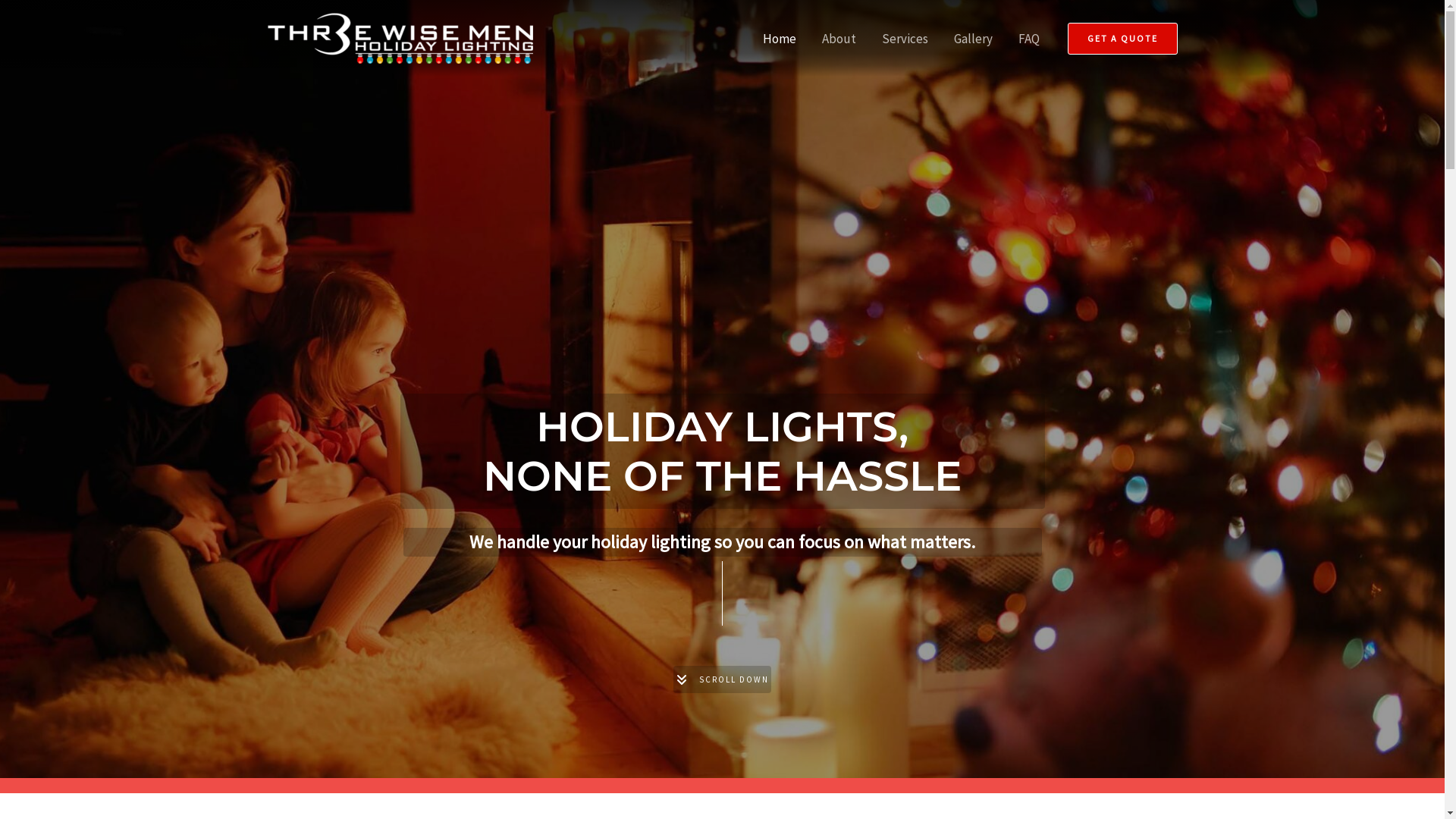 The width and height of the screenshot is (1456, 819). What do you see at coordinates (905, 37) in the screenshot?
I see `'Services'` at bounding box center [905, 37].